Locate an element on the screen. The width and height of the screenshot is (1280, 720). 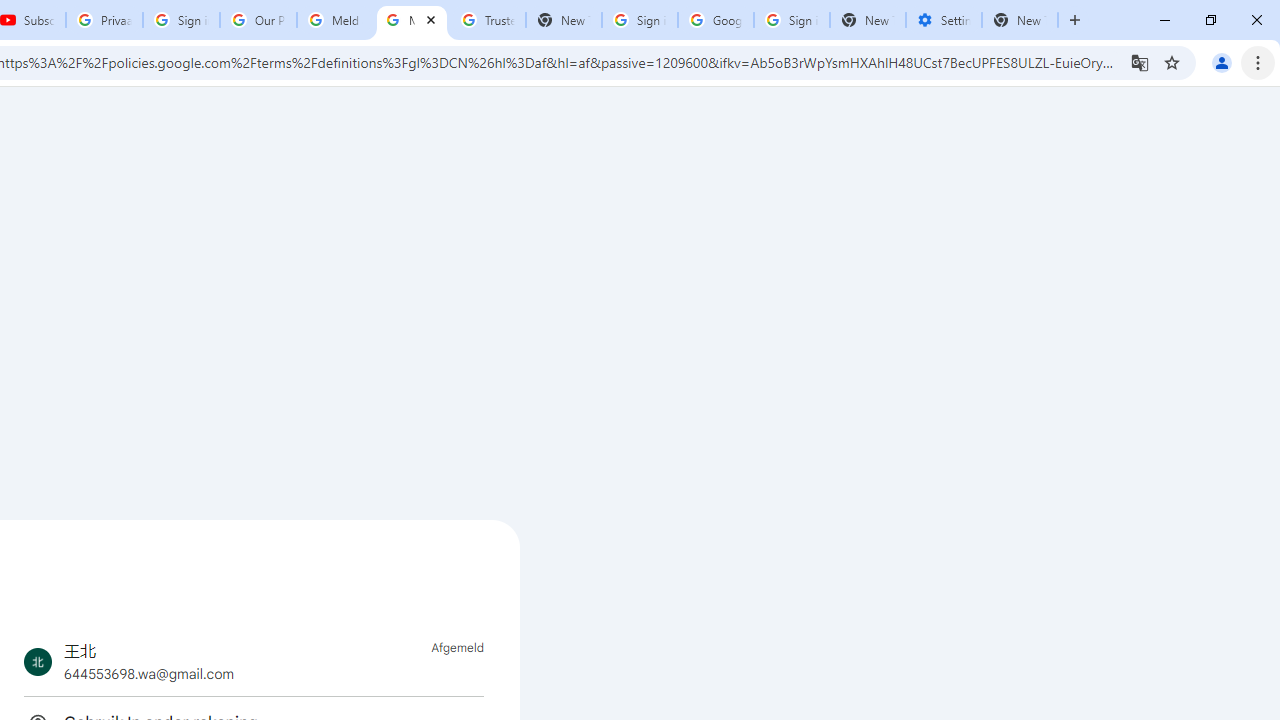
'Translate this page' is located at coordinates (1139, 61).